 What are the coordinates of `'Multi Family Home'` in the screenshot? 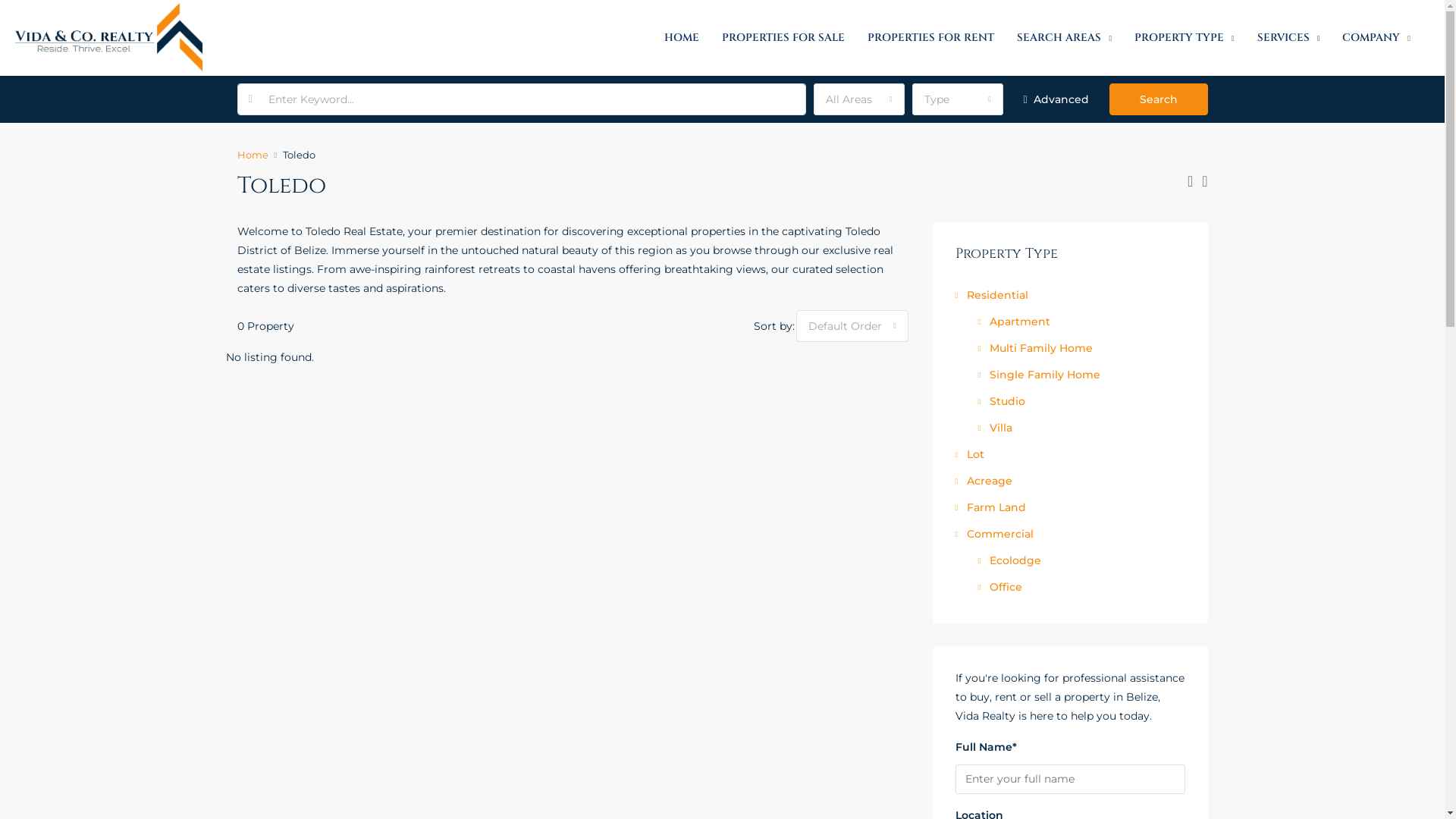 It's located at (1034, 348).